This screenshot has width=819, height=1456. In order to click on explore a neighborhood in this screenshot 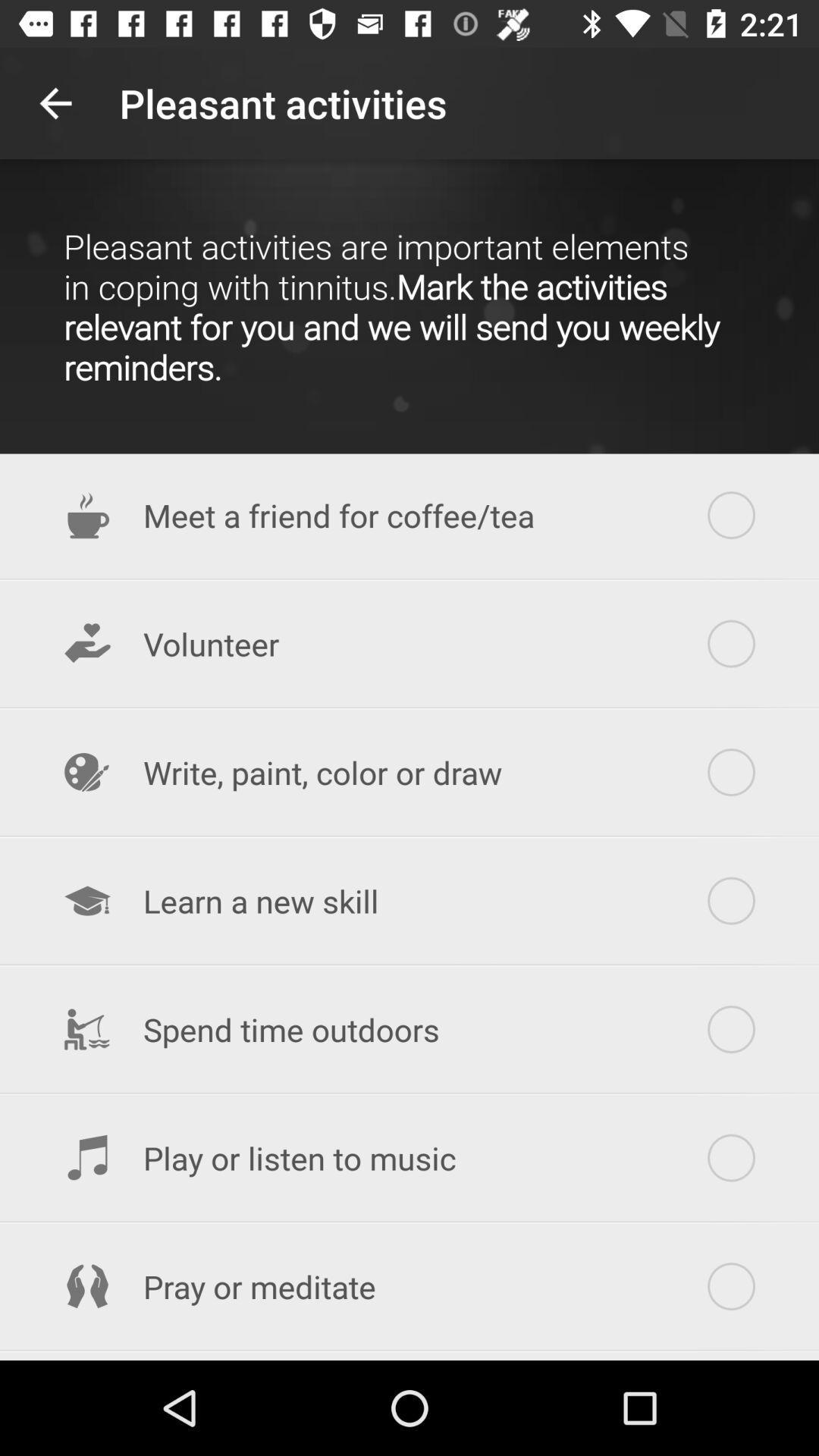, I will do `click(409, 1357)`.